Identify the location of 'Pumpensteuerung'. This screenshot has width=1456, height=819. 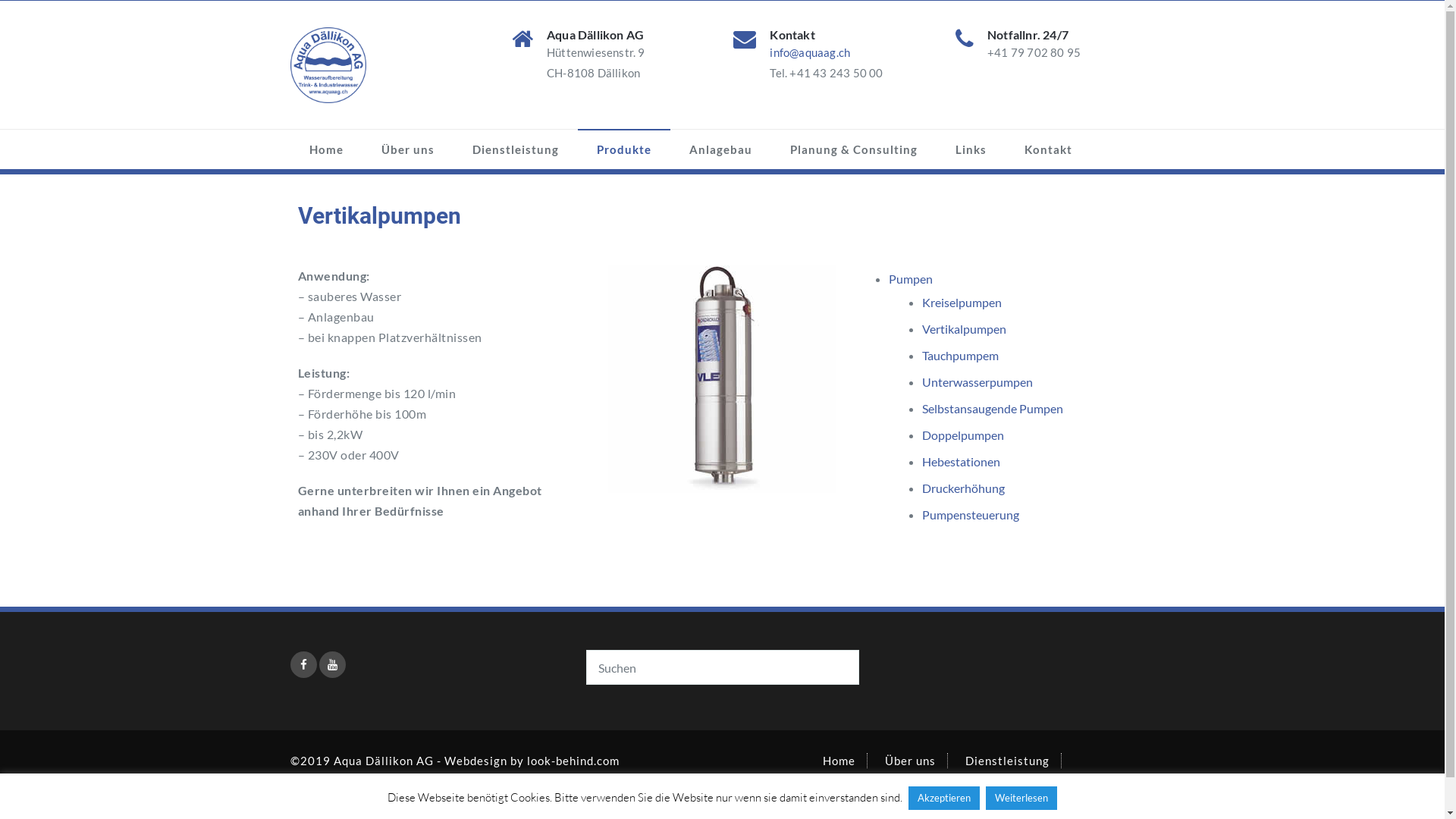
(971, 513).